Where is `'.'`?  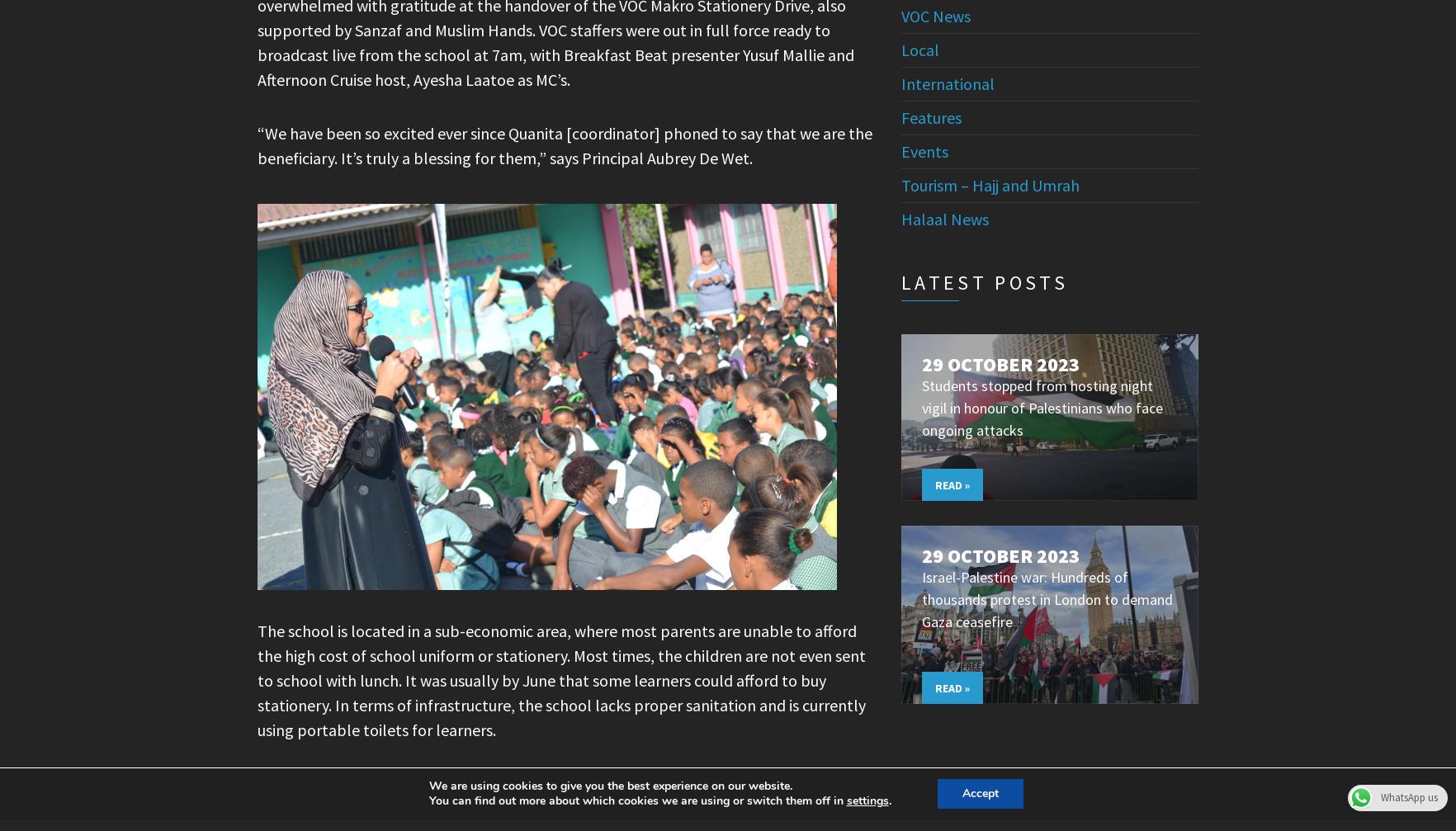 '.' is located at coordinates (889, 800).